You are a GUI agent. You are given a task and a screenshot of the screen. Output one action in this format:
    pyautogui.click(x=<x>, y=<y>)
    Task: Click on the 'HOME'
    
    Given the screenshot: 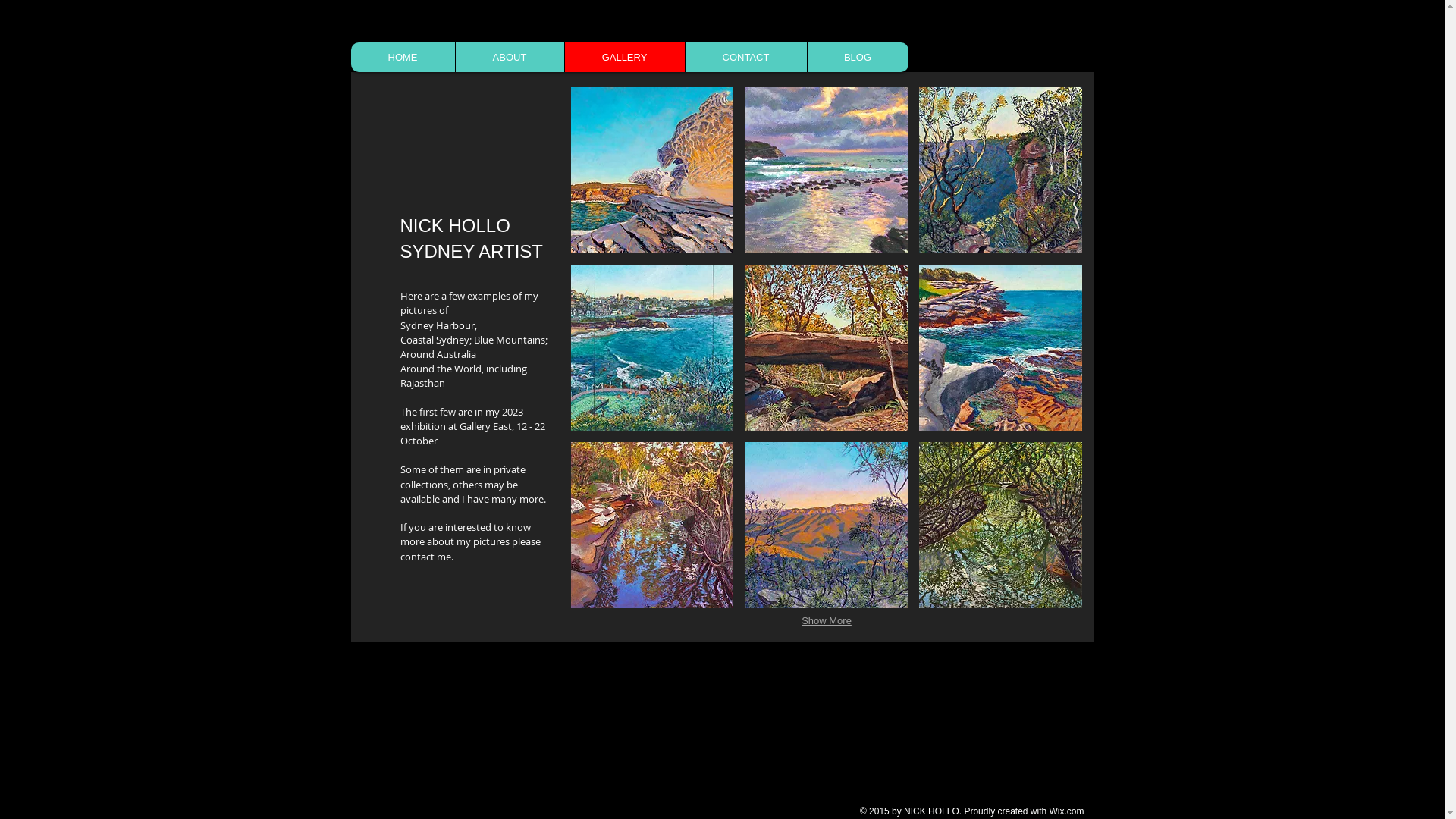 What is the action you would take?
    pyautogui.click(x=402, y=56)
    